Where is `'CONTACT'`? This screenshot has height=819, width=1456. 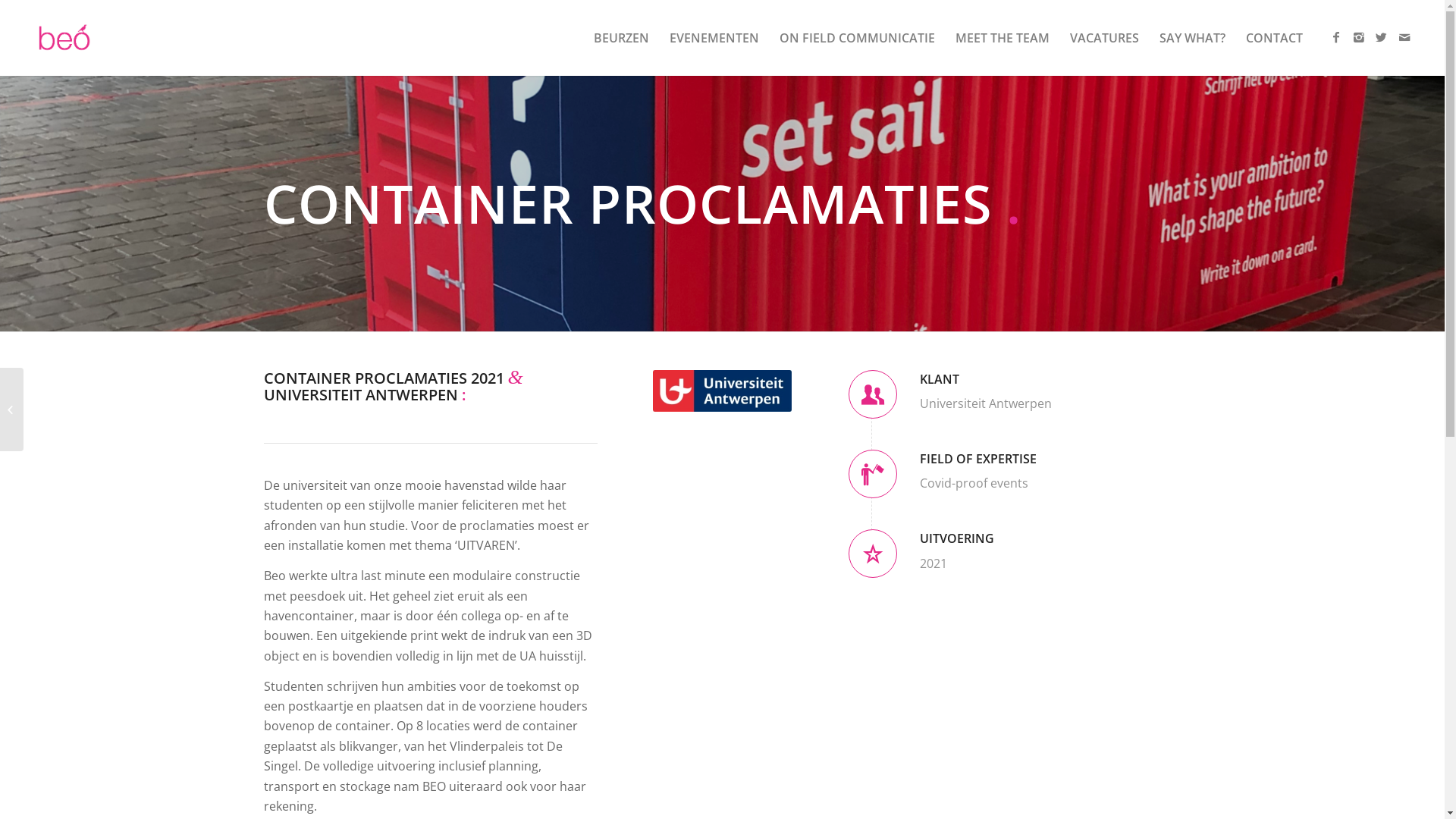 'CONTACT' is located at coordinates (1274, 37).